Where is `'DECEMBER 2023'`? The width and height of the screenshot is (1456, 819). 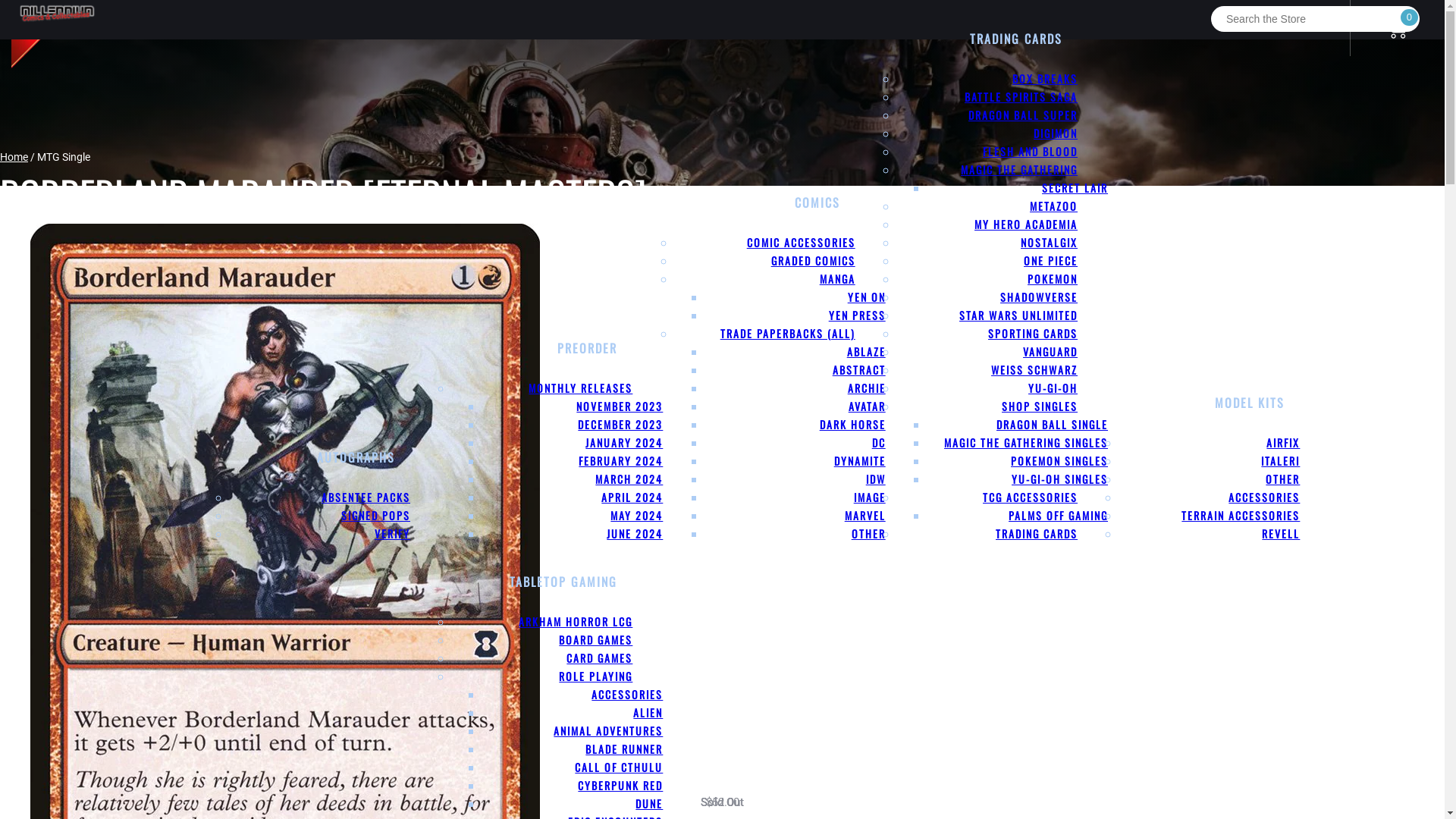 'DECEMBER 2023' is located at coordinates (577, 424).